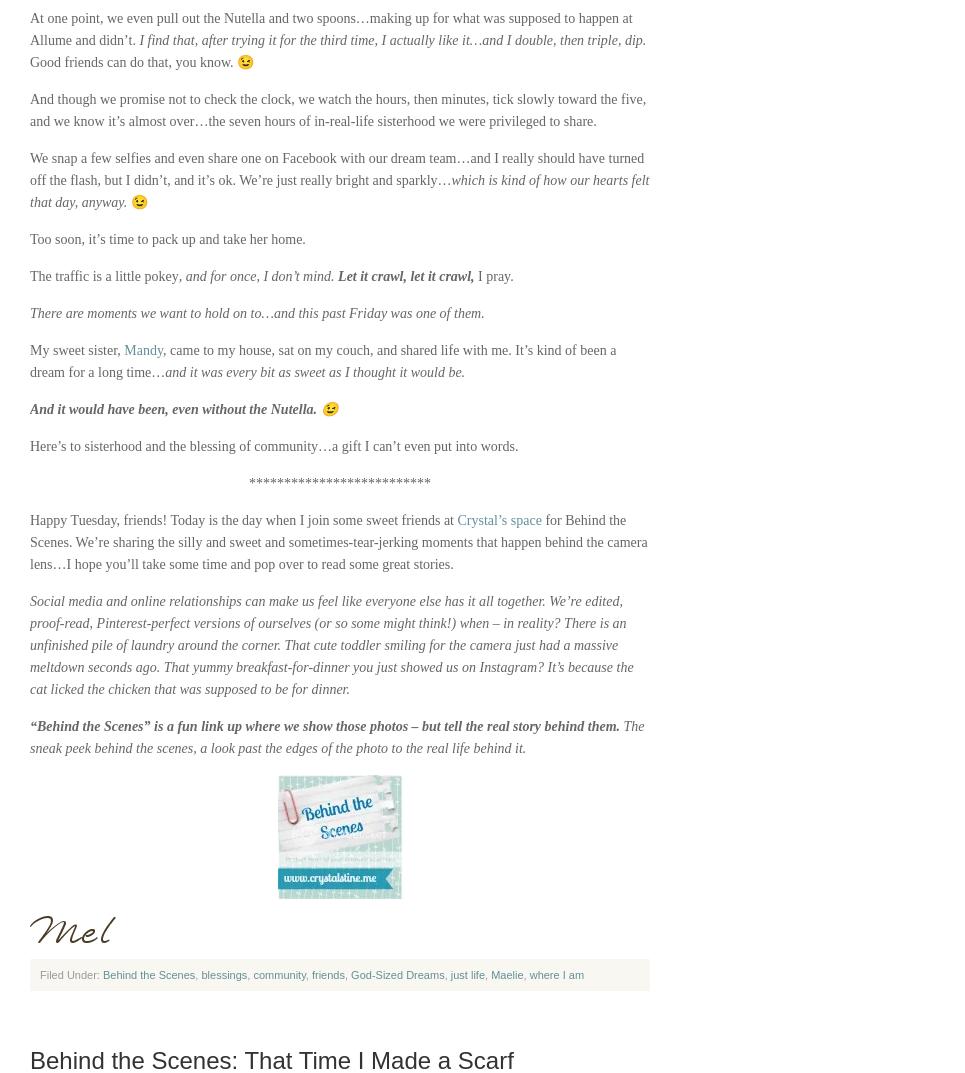  Describe the element at coordinates (166, 238) in the screenshot. I see `'Too soon, it’s time to pack up and take her home.'` at that location.